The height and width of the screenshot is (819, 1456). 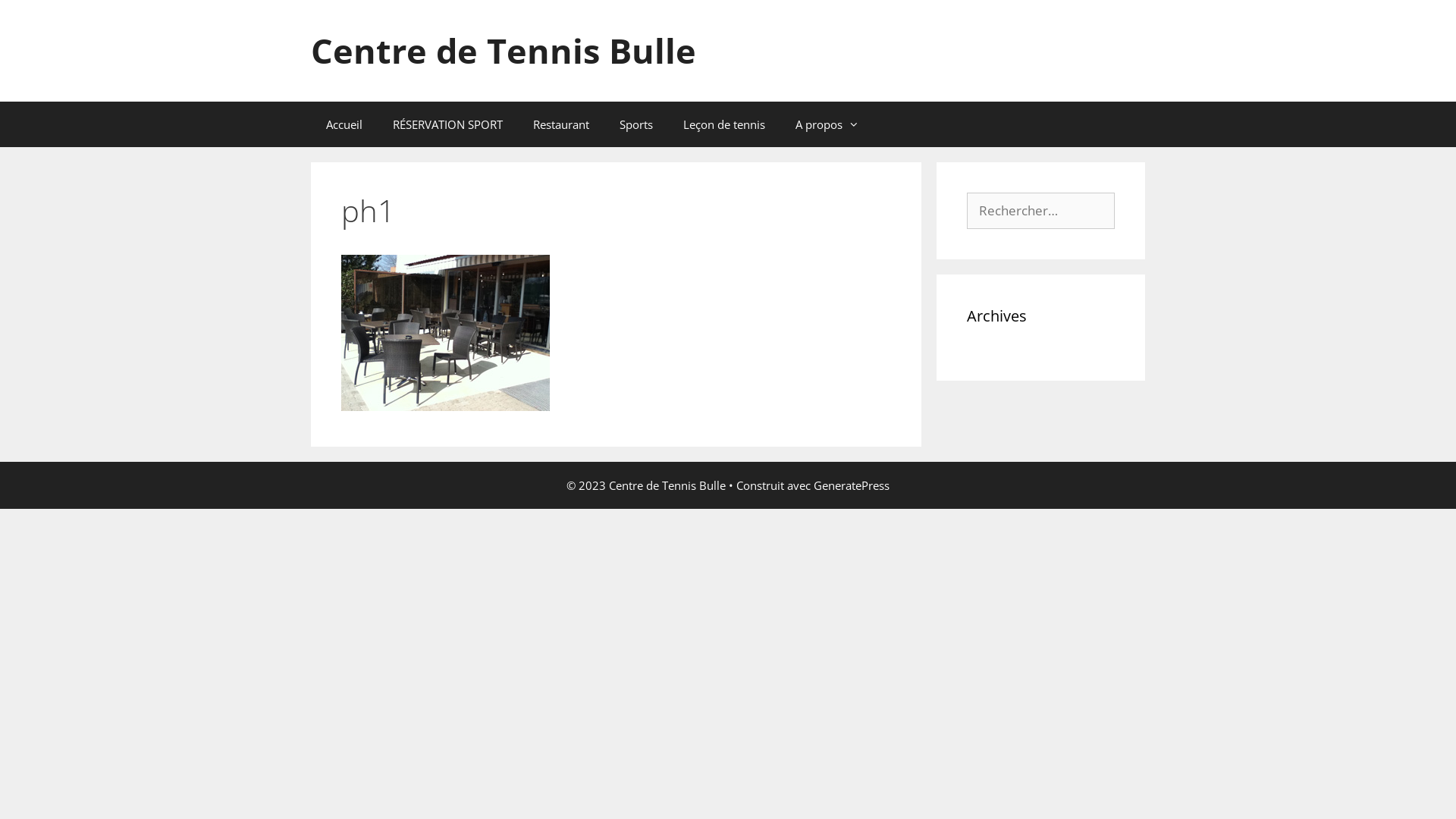 I want to click on 'Accueil', so click(x=344, y=124).